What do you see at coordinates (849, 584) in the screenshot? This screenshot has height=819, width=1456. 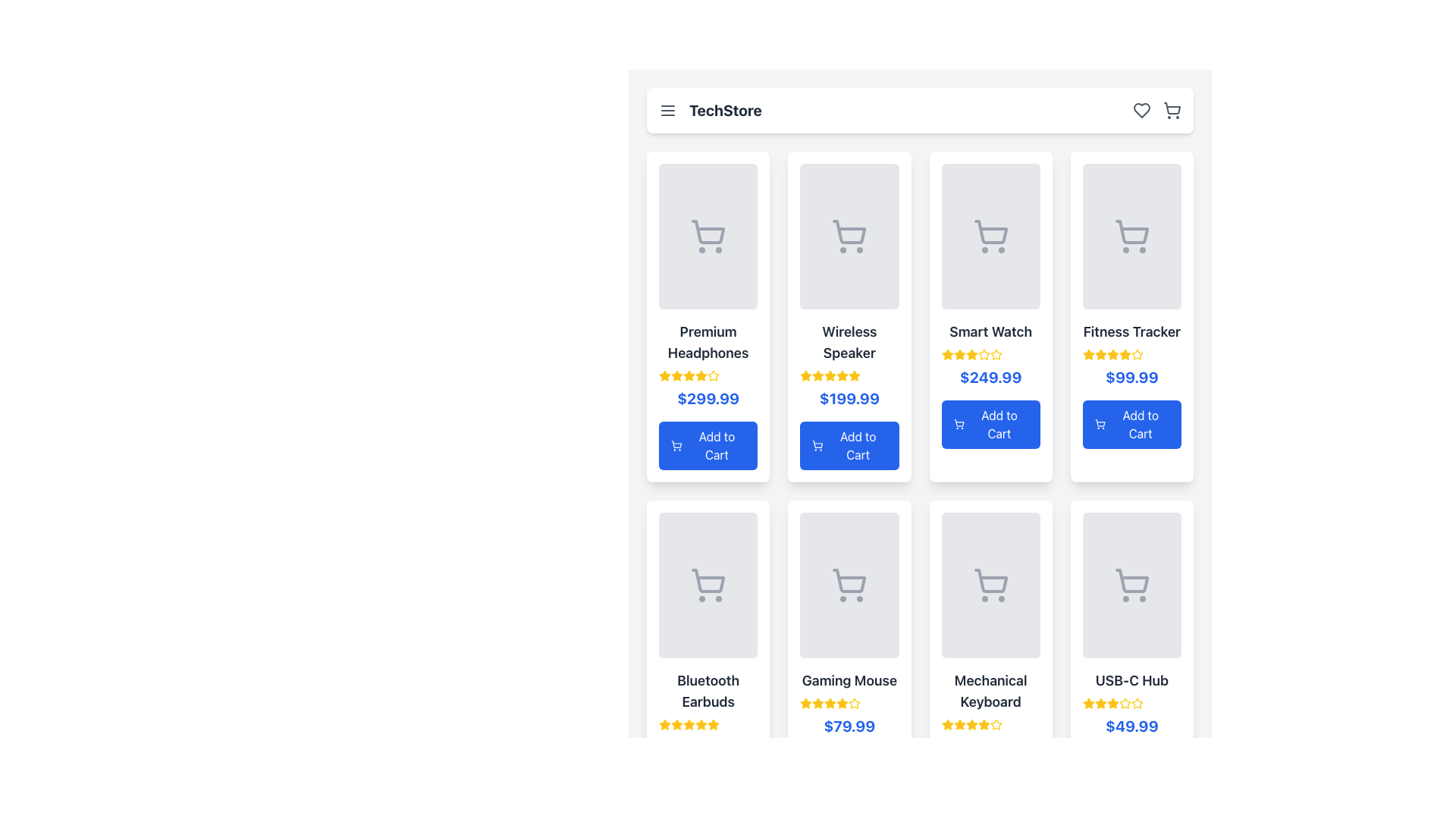 I see `the image placeholder representing the product 'Gaming Mouse' located in the card in the third column's second row, above the price text` at bounding box center [849, 584].